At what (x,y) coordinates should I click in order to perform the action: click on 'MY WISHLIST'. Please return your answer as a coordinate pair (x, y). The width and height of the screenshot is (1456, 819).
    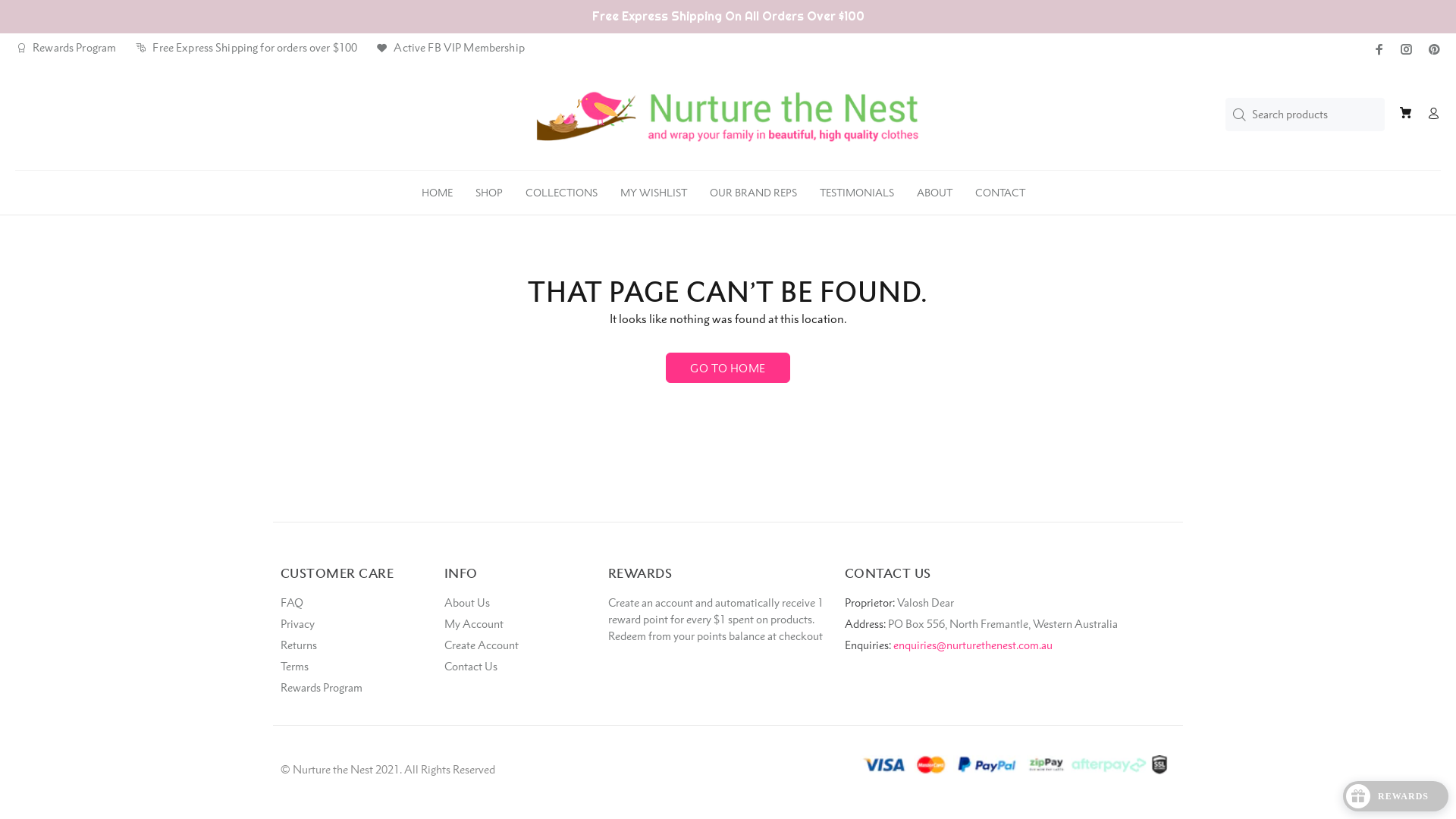
    Looking at the image, I should click on (654, 188).